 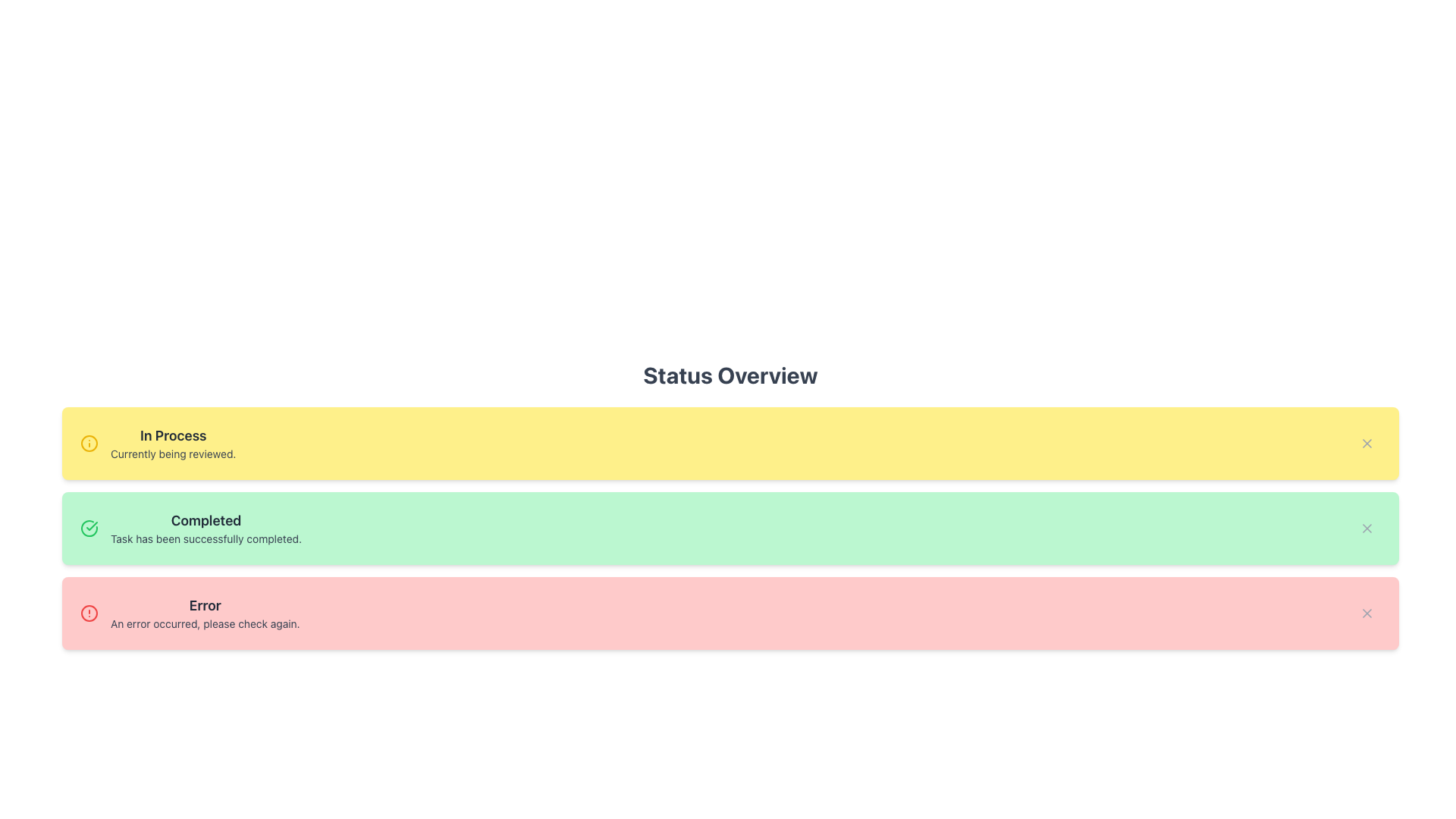 I want to click on the status indicator label that conveys the current state of a process, located at the top of the first status card in a set of three horizontally-aligned cards, so click(x=173, y=435).